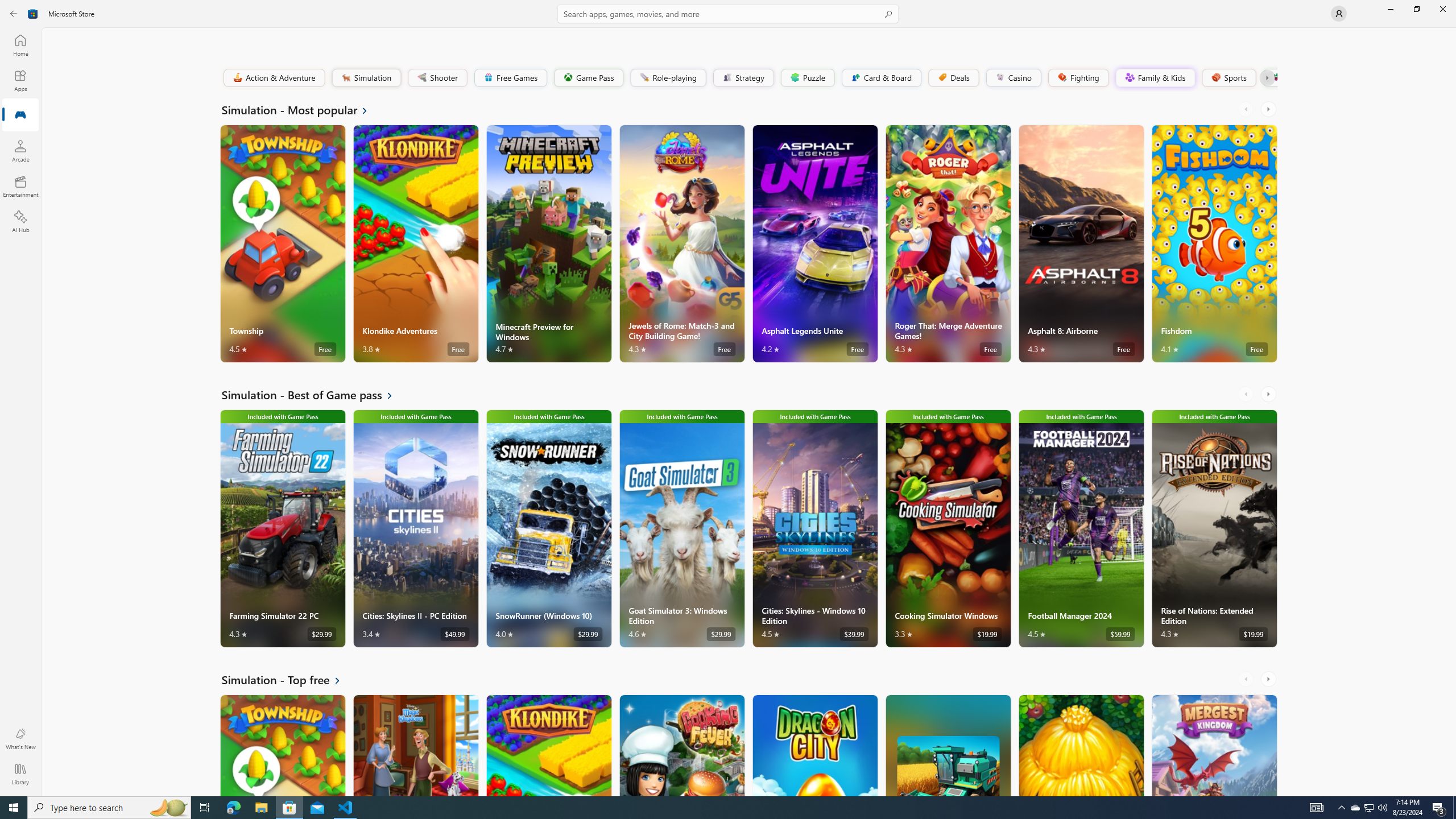 This screenshot has height=819, width=1456. Describe the element at coordinates (1214, 243) in the screenshot. I see `'Fishdom. Average rating of 4.1 out of five stars. Free  '` at that location.